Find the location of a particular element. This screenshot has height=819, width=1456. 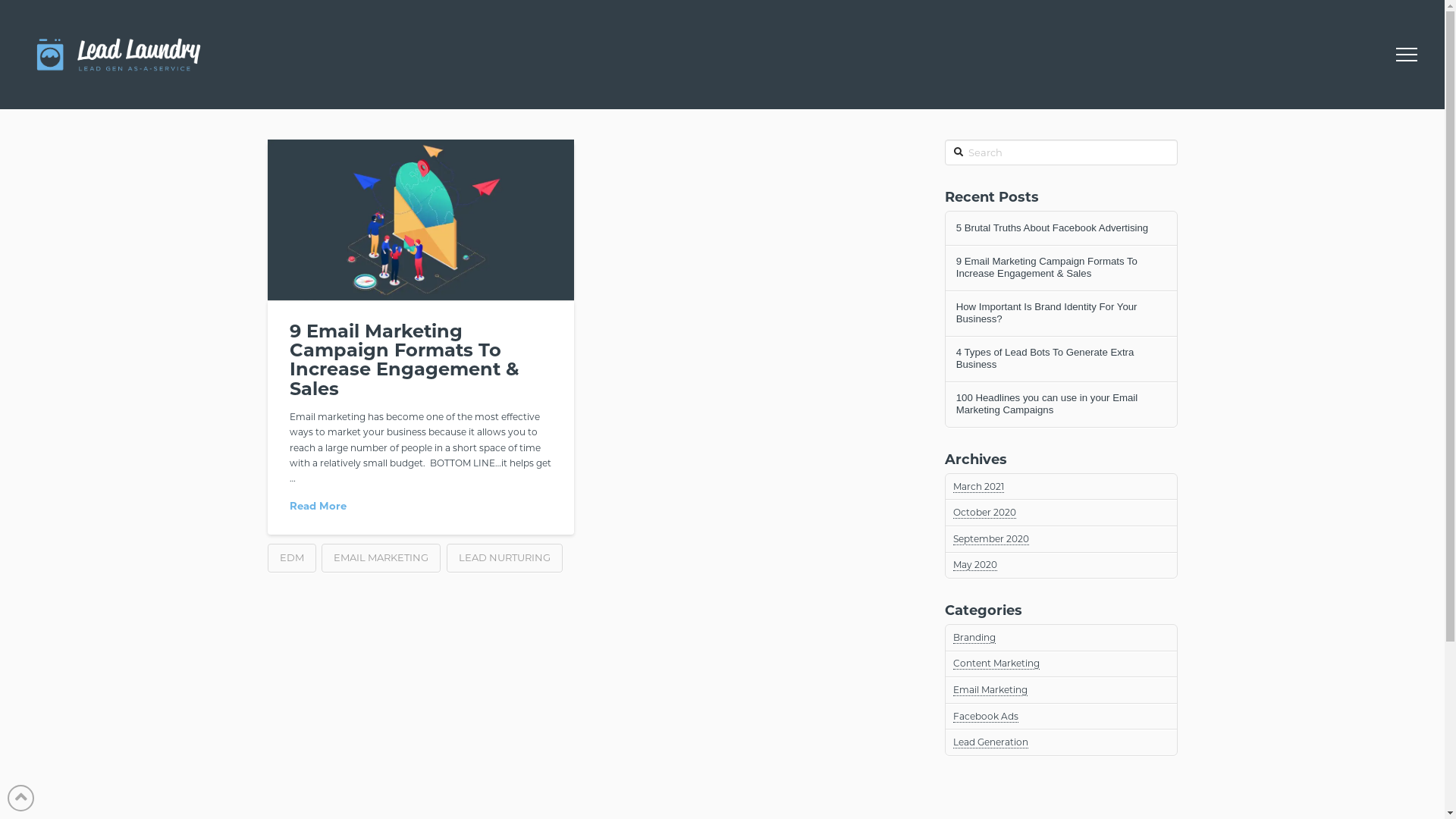

'EMAIL MARKETING' is located at coordinates (320, 558).